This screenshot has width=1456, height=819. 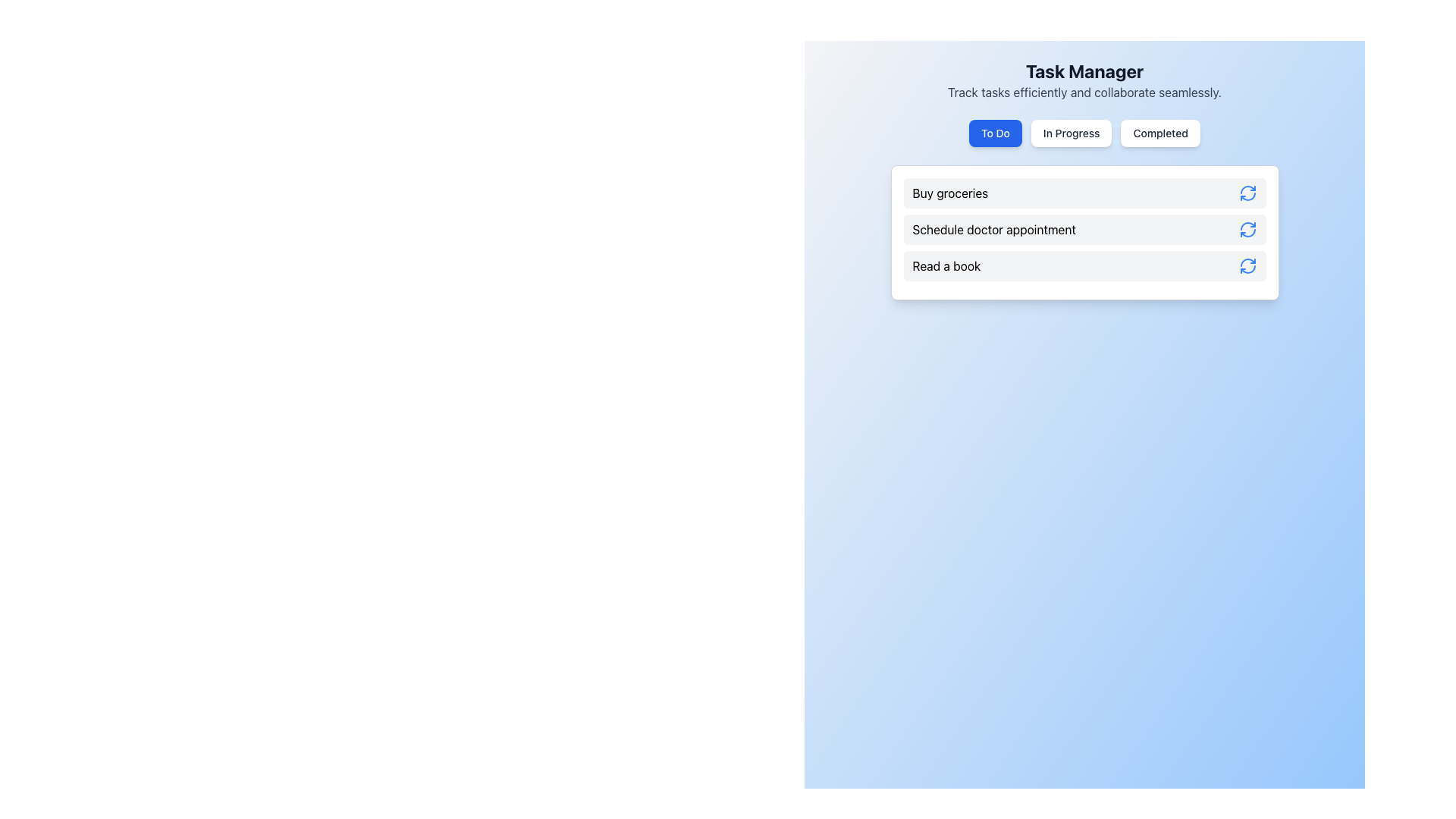 What do you see at coordinates (1247, 265) in the screenshot?
I see `the refresh icon button associated with the 'Read a book' task to receive interaction feedback` at bounding box center [1247, 265].